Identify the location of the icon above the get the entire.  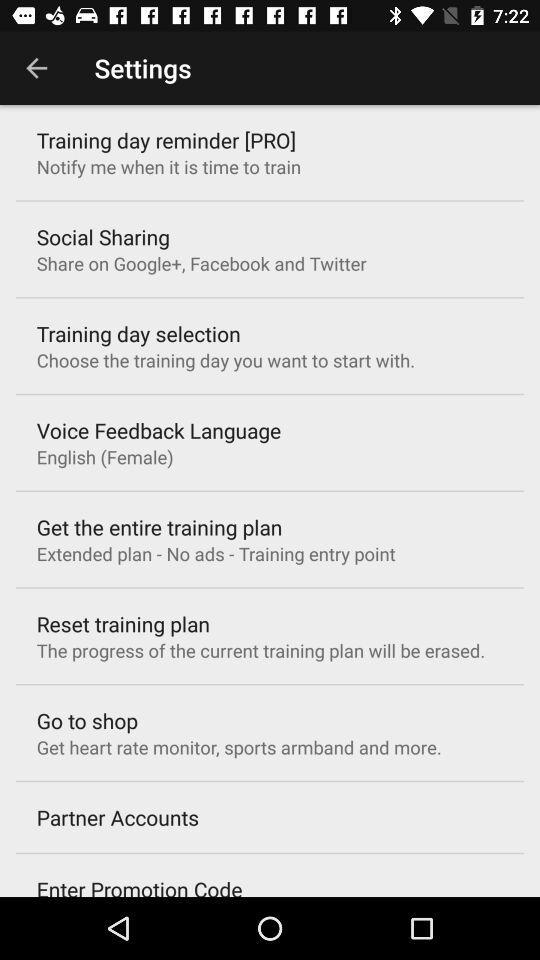
(105, 457).